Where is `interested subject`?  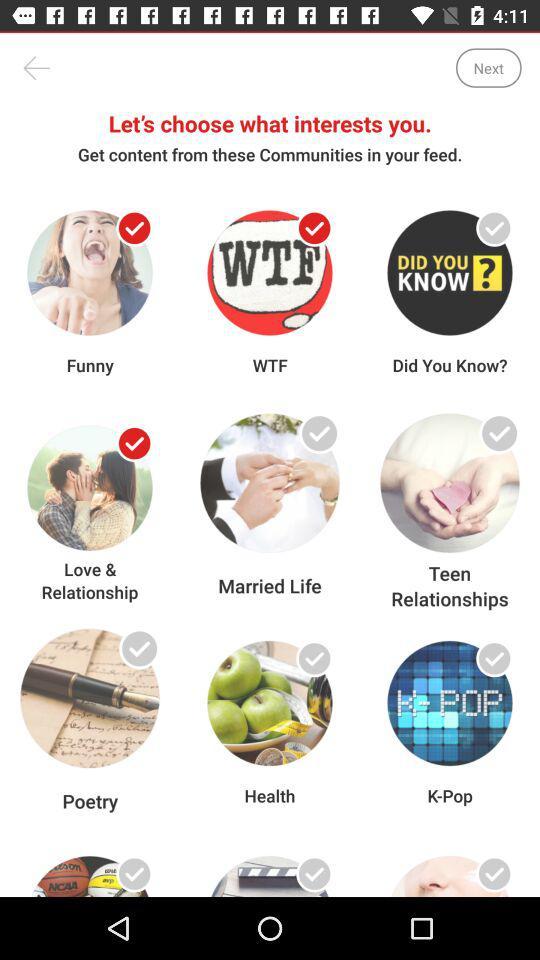 interested subject is located at coordinates (134, 657).